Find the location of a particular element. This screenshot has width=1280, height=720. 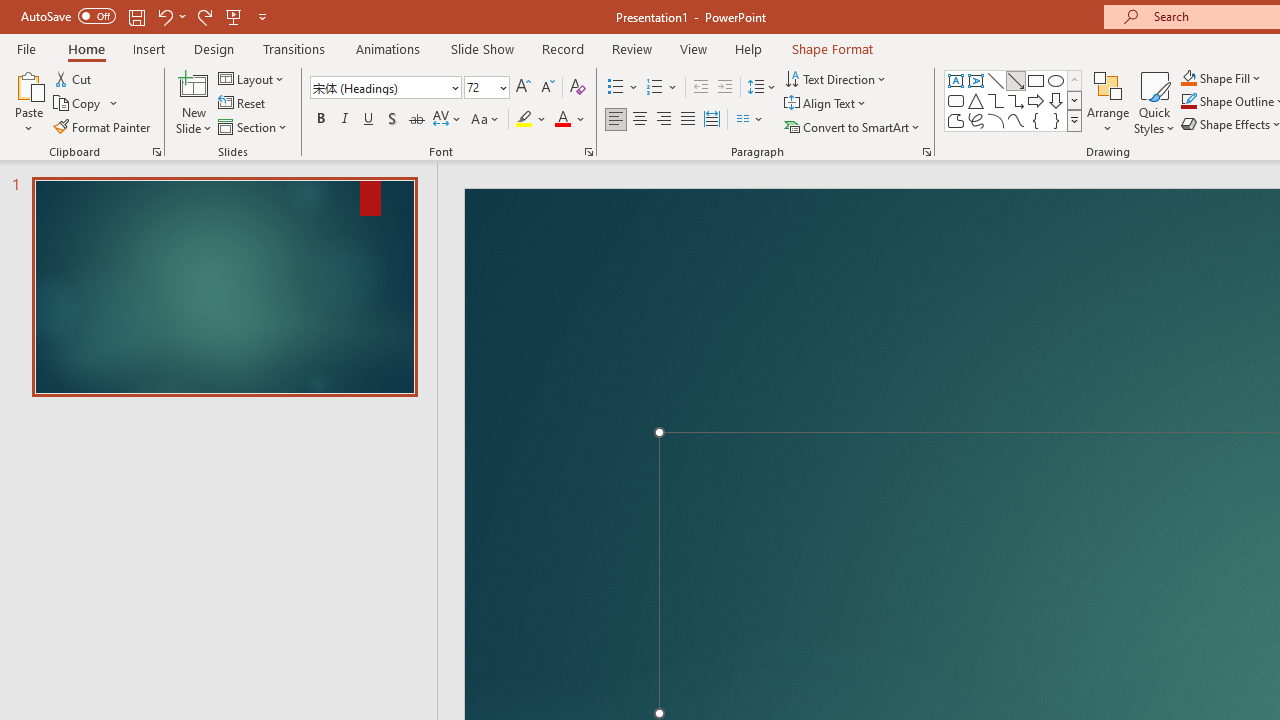

'Font' is located at coordinates (385, 86).